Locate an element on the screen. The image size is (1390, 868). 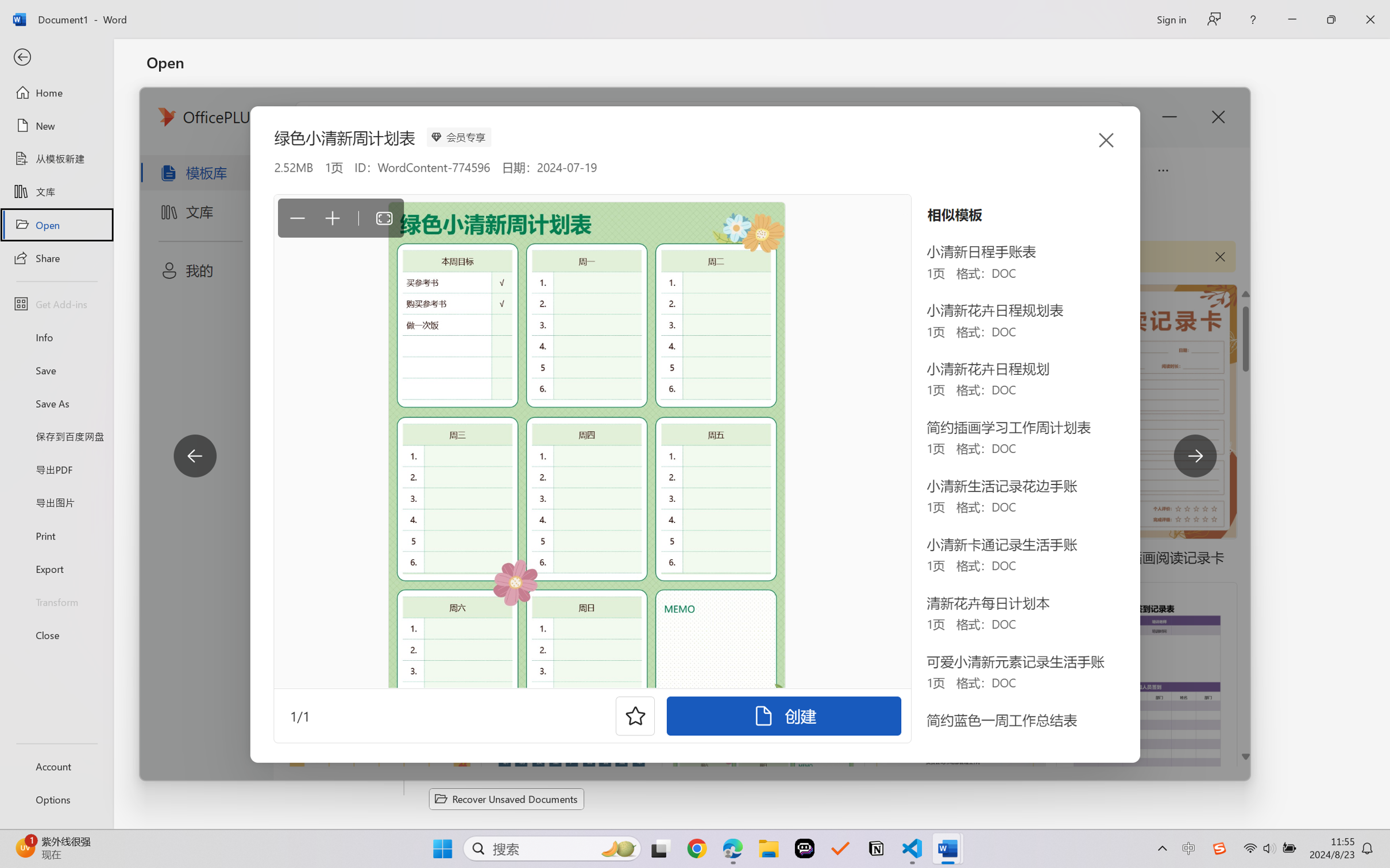
'Save As' is located at coordinates (56, 403).